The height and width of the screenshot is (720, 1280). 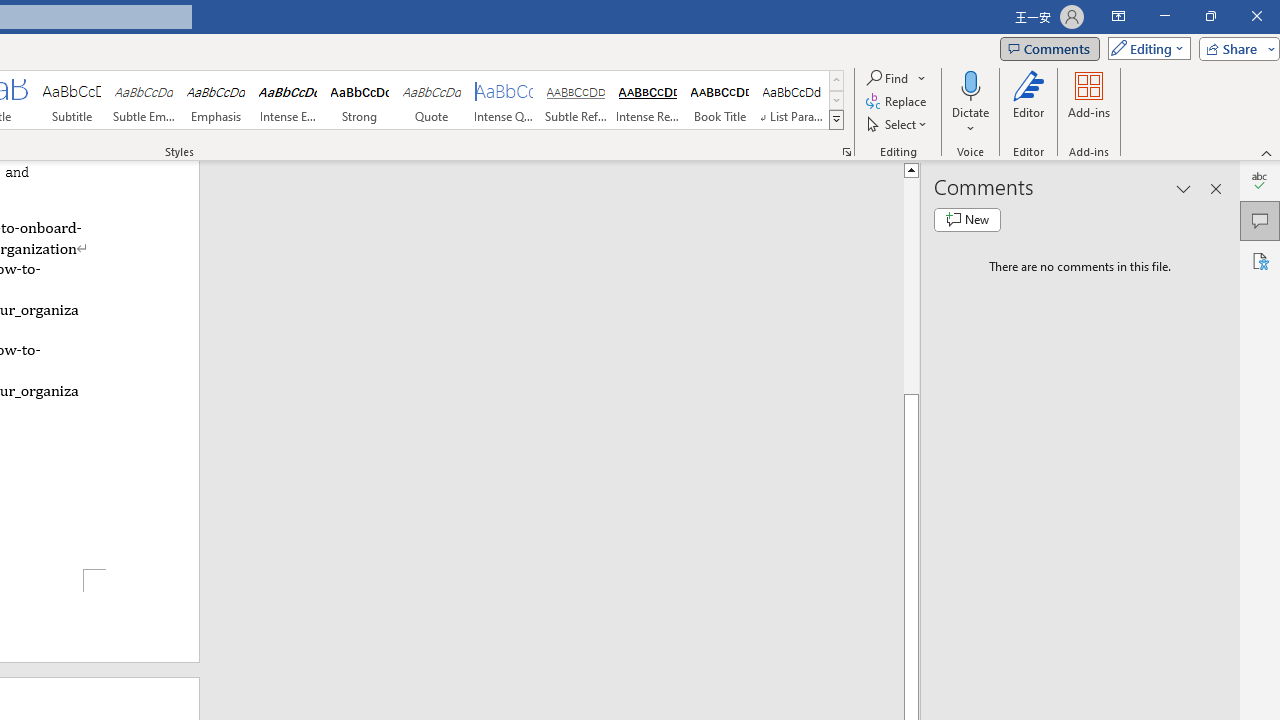 What do you see at coordinates (897, 124) in the screenshot?
I see `'Select'` at bounding box center [897, 124].